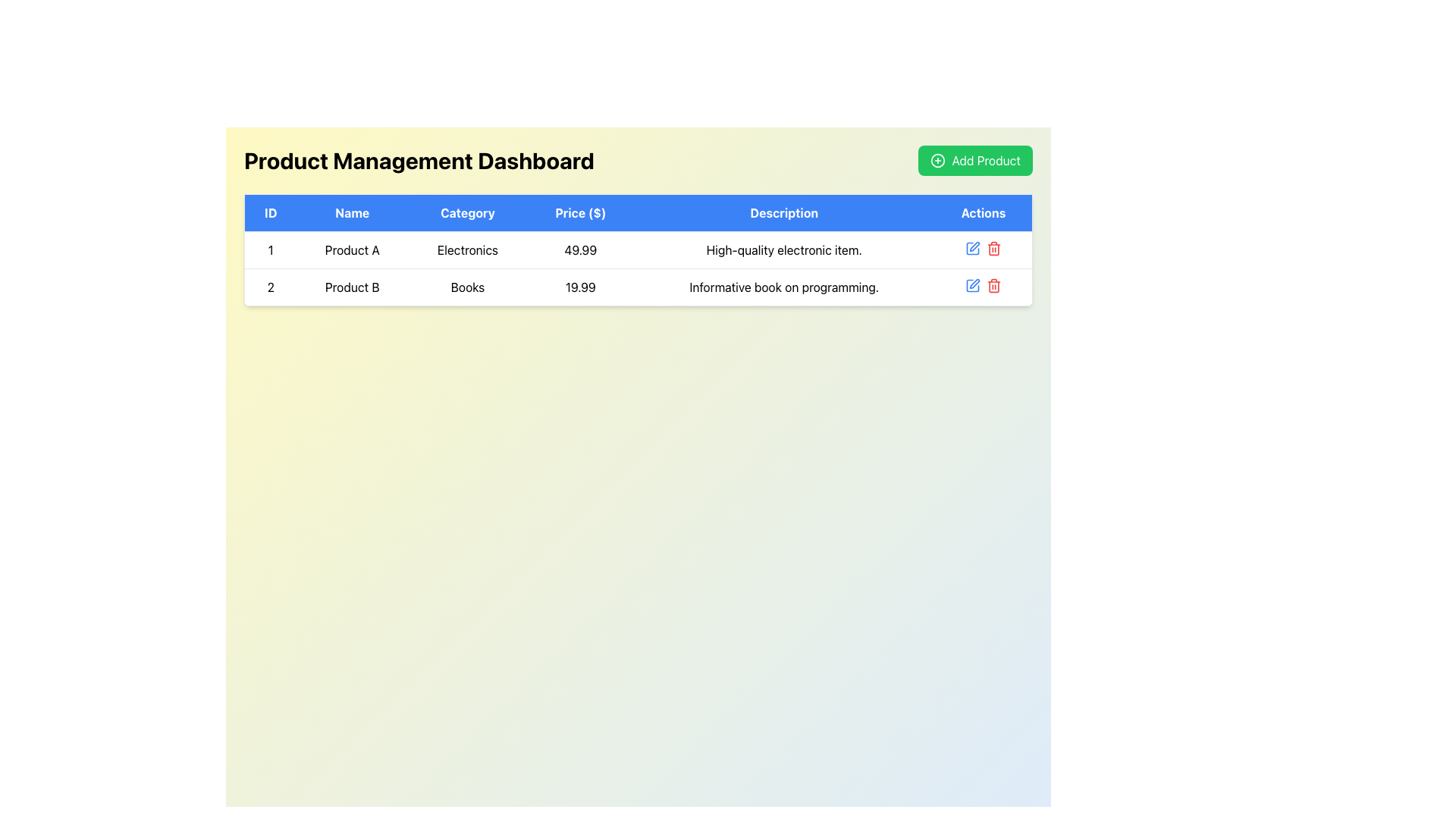 The image size is (1456, 819). What do you see at coordinates (972, 247) in the screenshot?
I see `the blue pen icon in the 'Actions' column of the first row of the table to initiate an edit operation` at bounding box center [972, 247].